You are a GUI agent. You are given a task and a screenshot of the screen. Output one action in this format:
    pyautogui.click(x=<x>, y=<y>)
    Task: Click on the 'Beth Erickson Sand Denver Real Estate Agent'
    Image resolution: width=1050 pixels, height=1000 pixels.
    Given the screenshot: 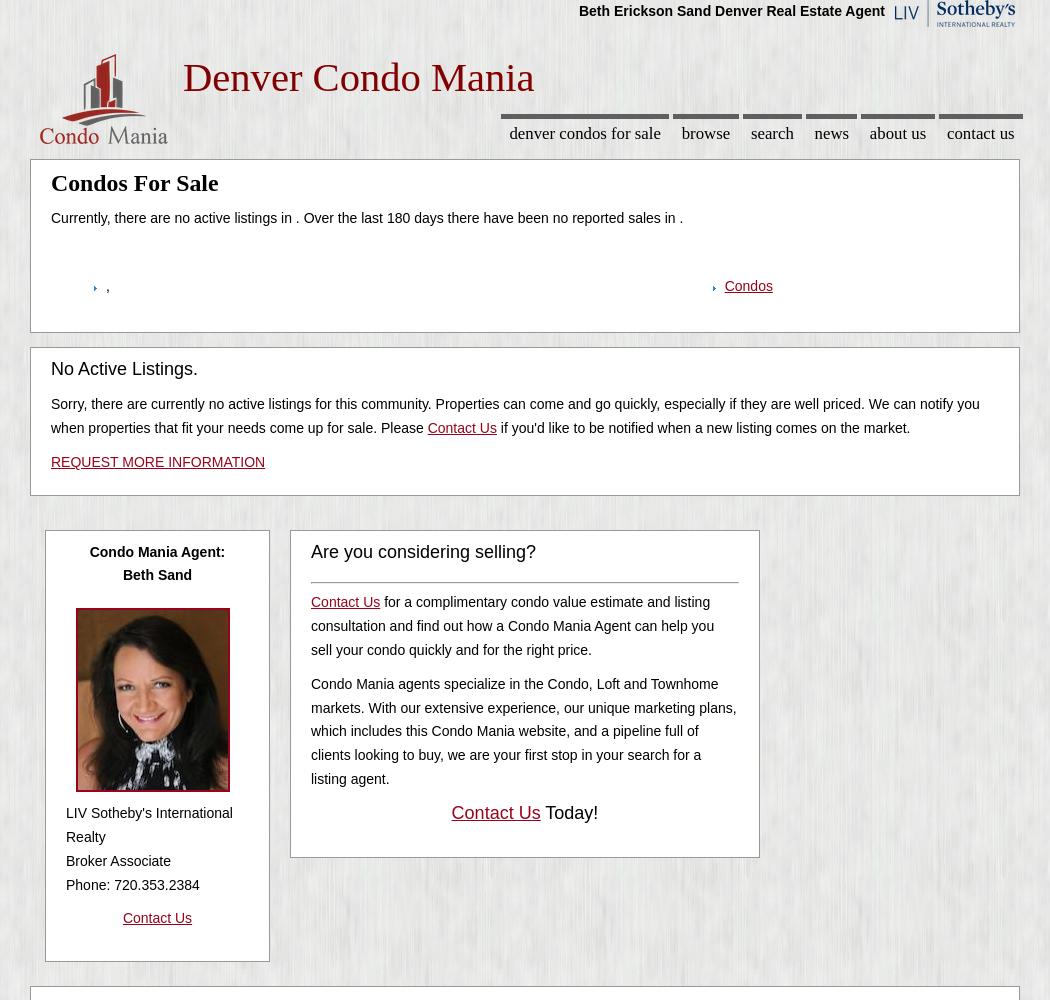 What is the action you would take?
    pyautogui.click(x=577, y=11)
    